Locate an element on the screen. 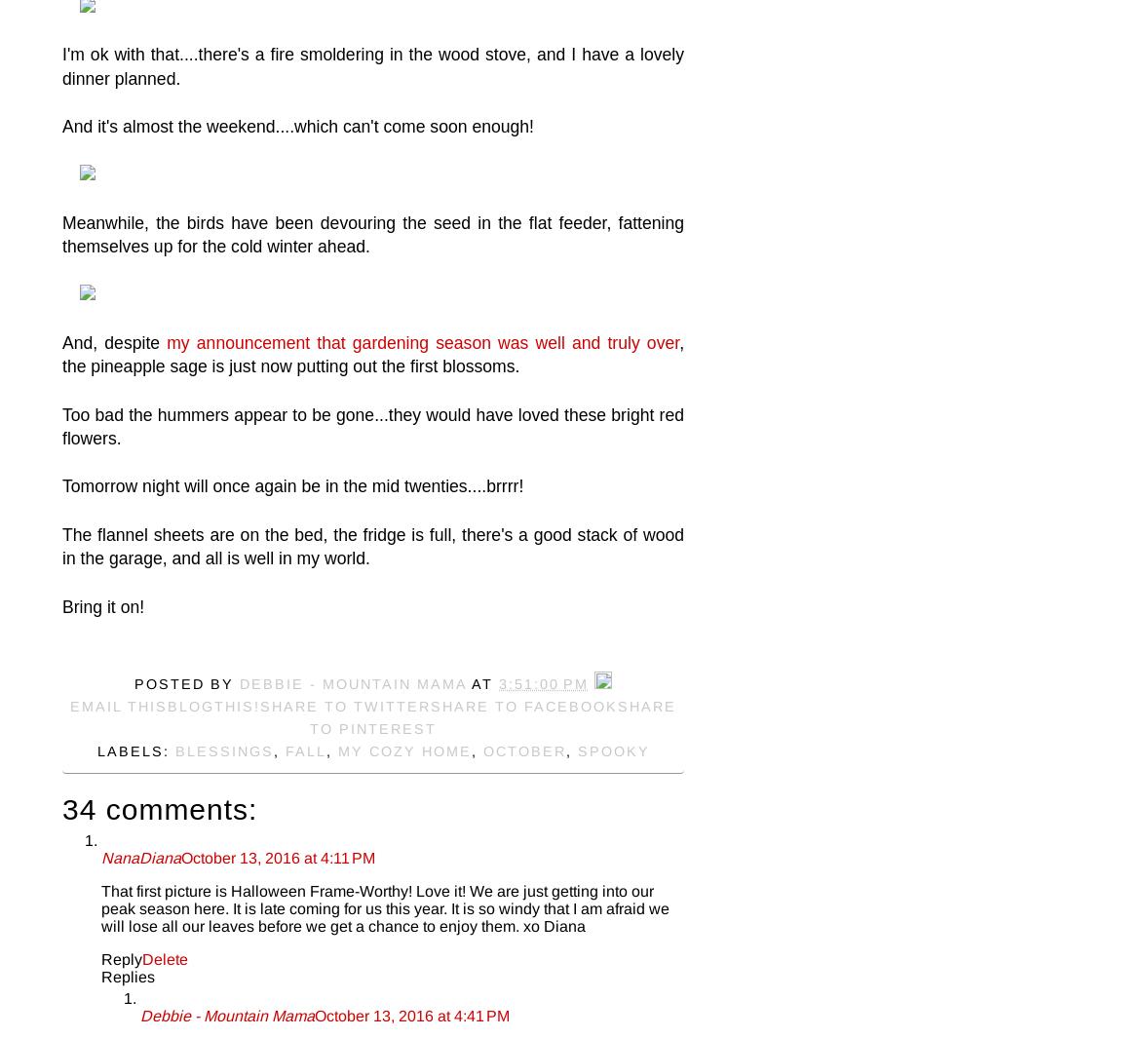  'my cozy home' is located at coordinates (336, 750).